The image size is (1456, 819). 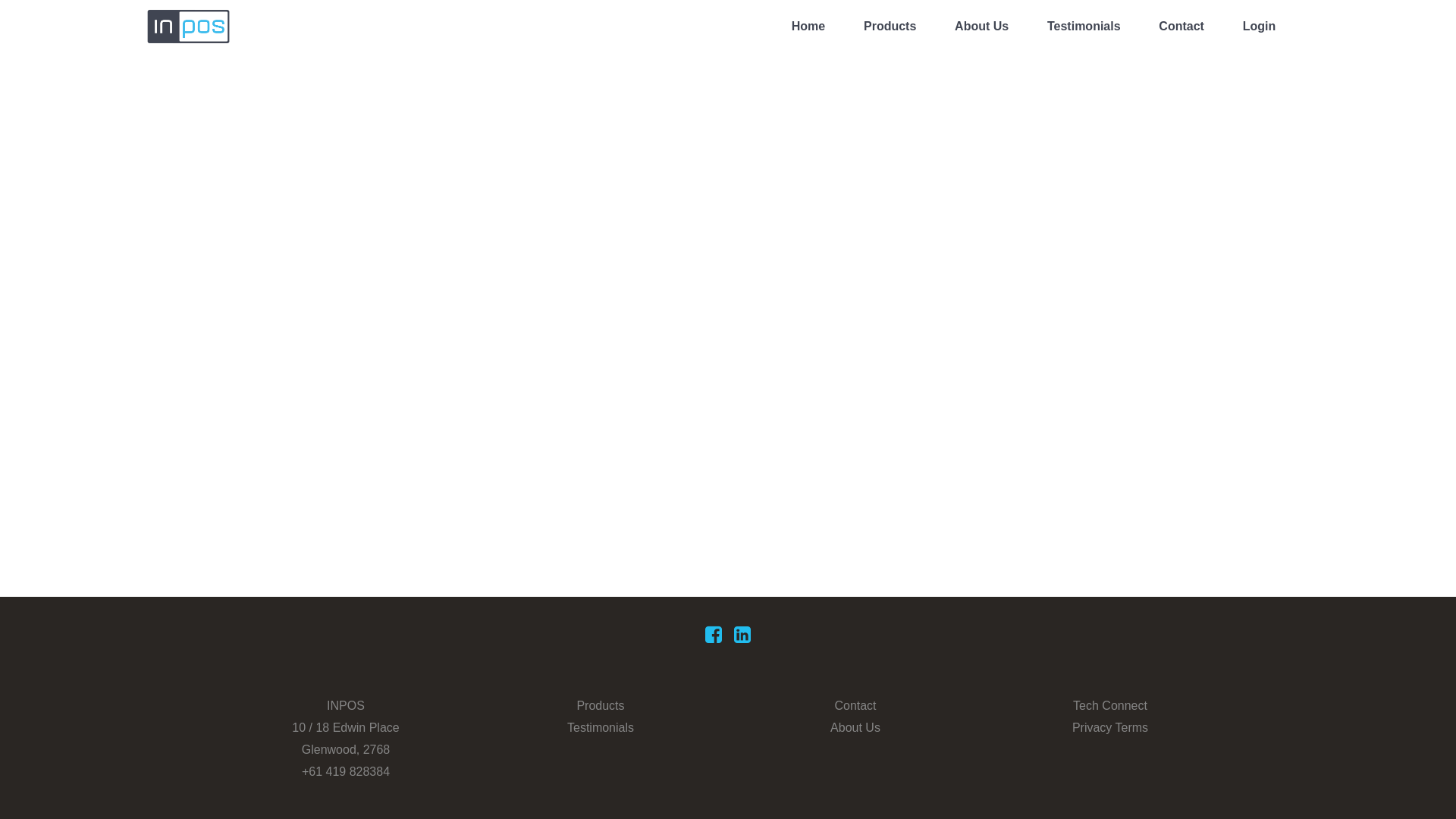 I want to click on 'Tech Connect', so click(x=1110, y=705).